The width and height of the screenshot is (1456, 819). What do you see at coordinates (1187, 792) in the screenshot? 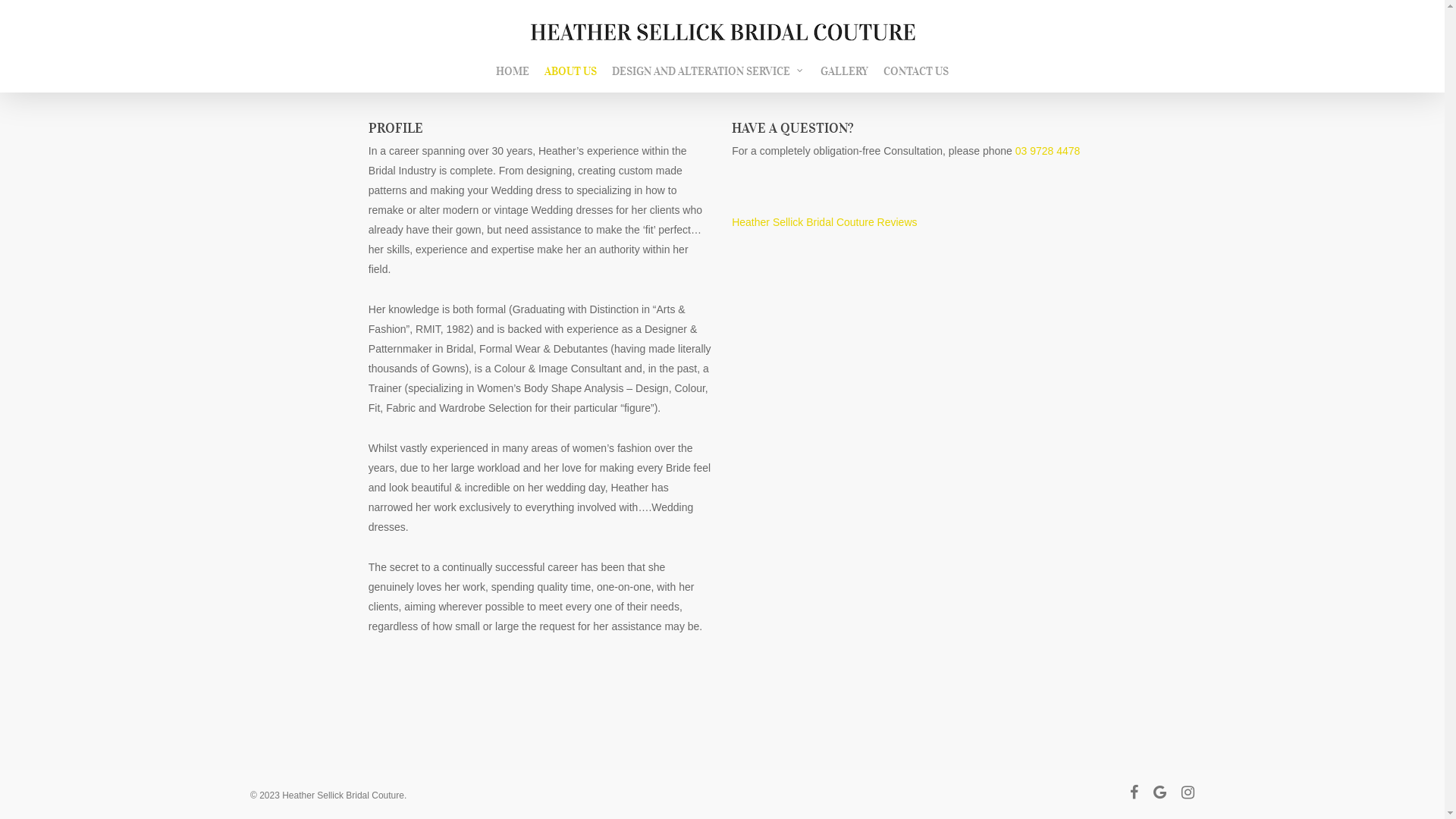
I see `'instagram'` at bounding box center [1187, 792].